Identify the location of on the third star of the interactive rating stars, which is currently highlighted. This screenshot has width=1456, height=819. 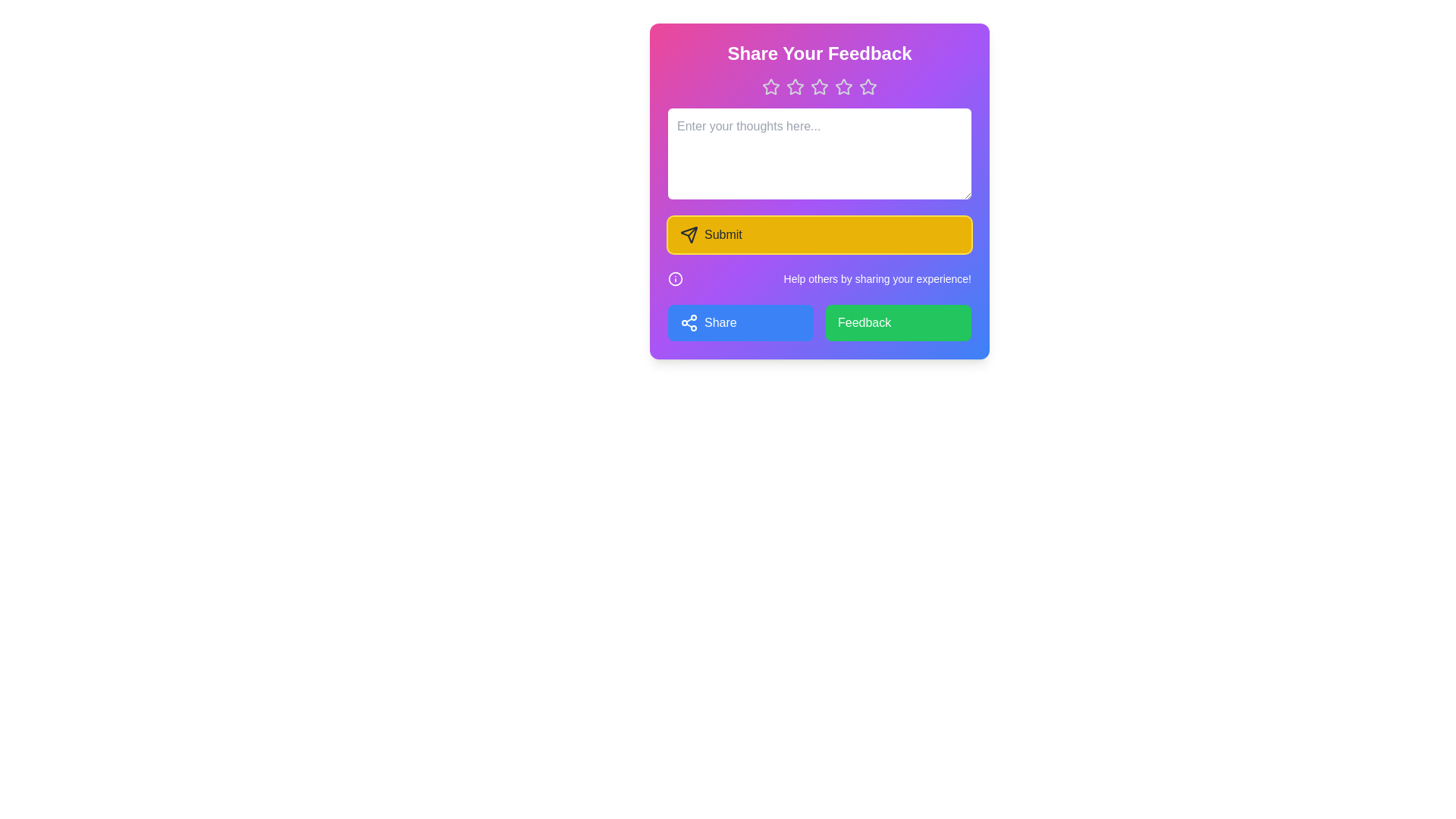
(818, 87).